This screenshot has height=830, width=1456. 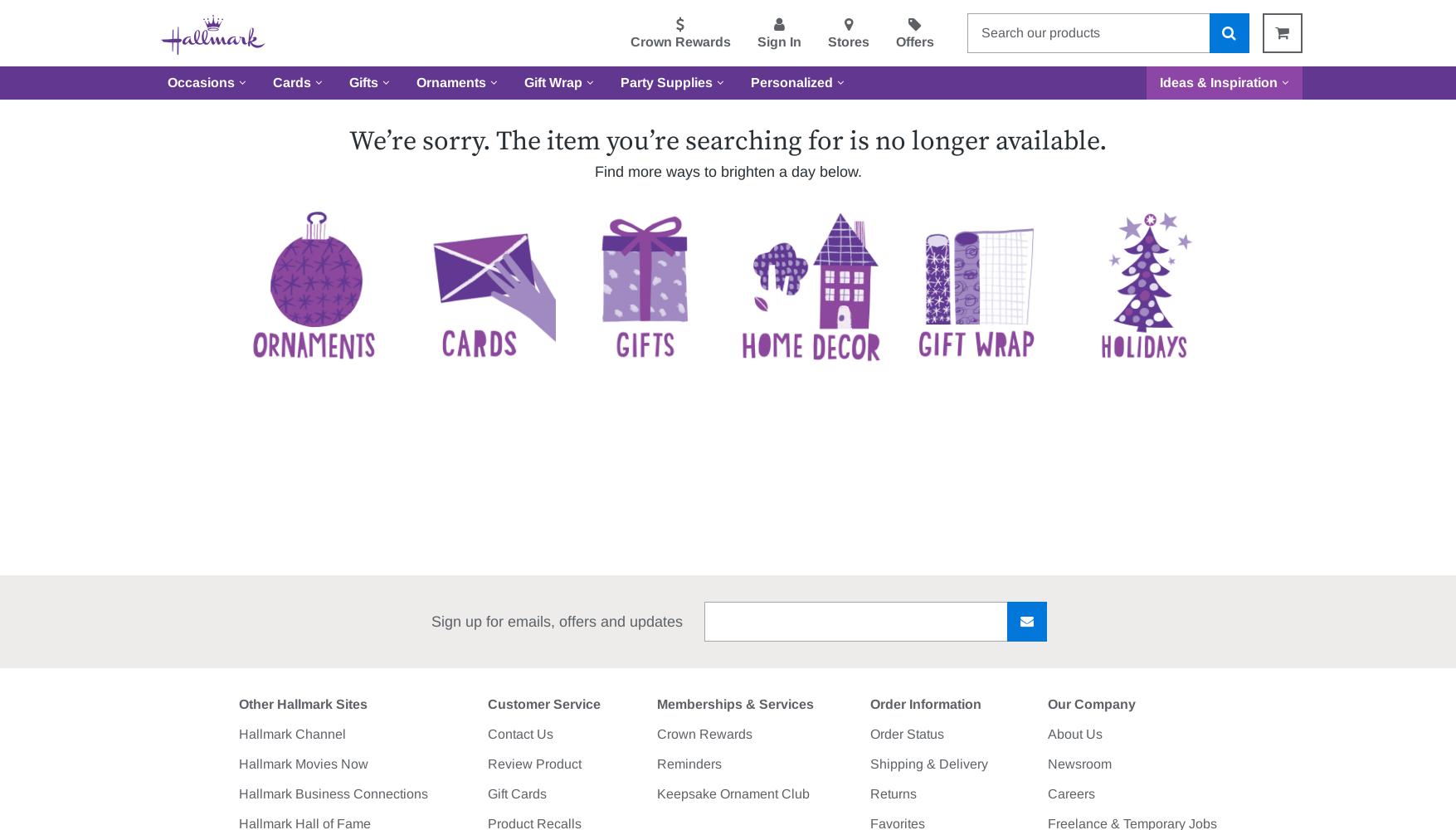 I want to click on 'Personalized', so click(x=749, y=81).